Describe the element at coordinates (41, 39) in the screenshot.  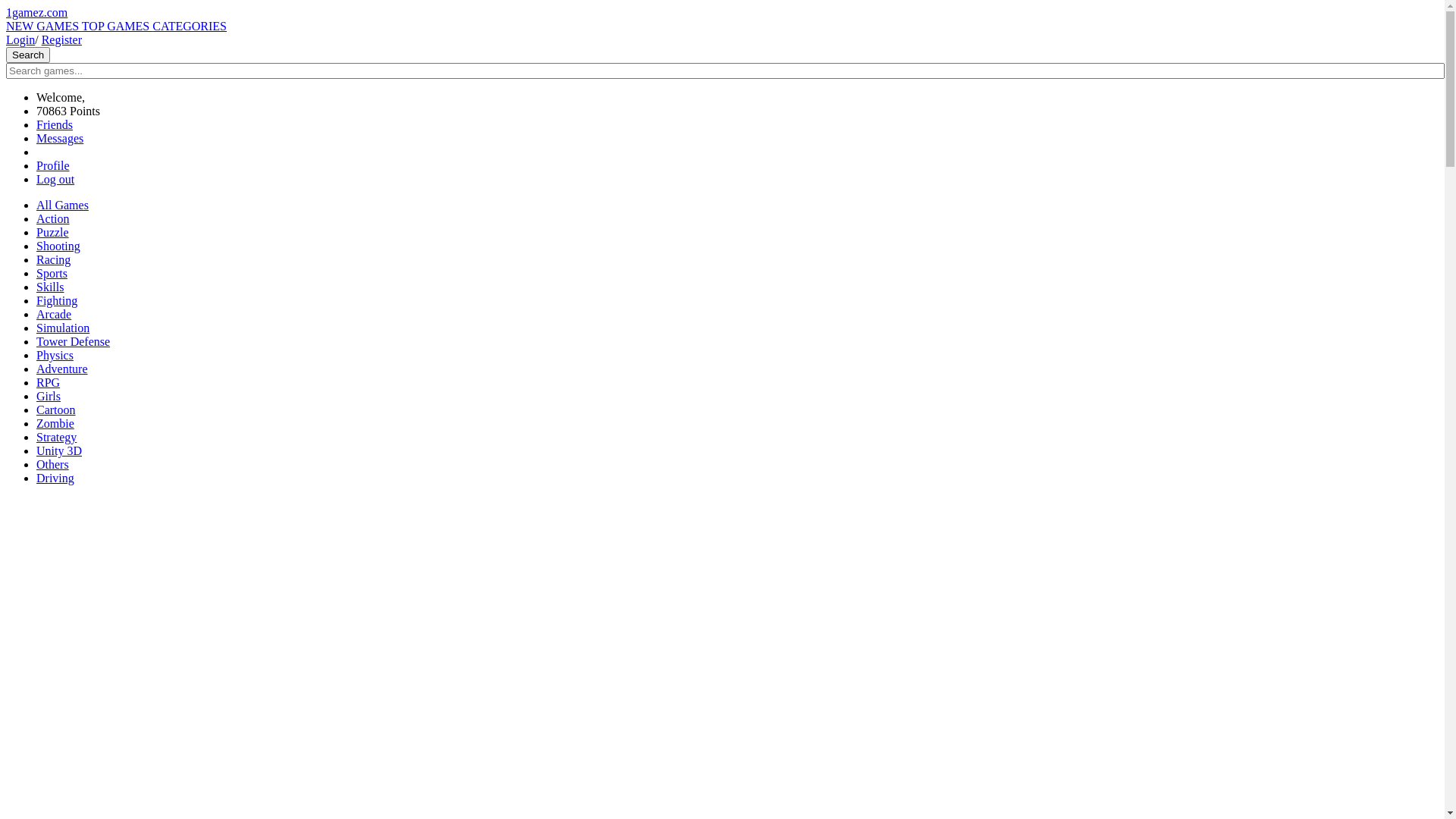
I see `'Register'` at that location.